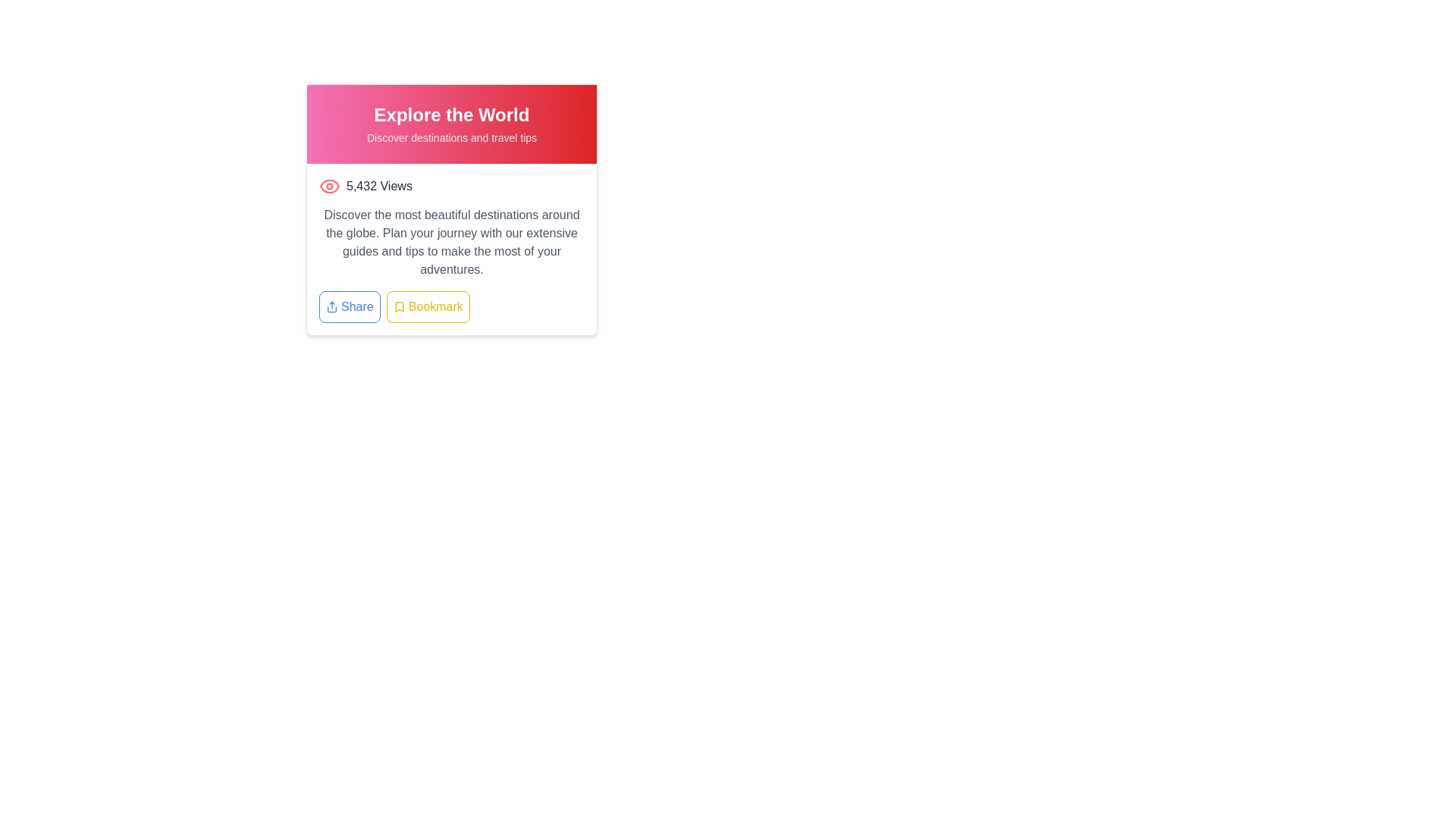  Describe the element at coordinates (450, 114) in the screenshot. I see `the Text Header that serves as a title for exploration and travel-related content, positioned at the top inside a gradient background and above the subtitle 'Discover destinations and travel tips'` at that location.